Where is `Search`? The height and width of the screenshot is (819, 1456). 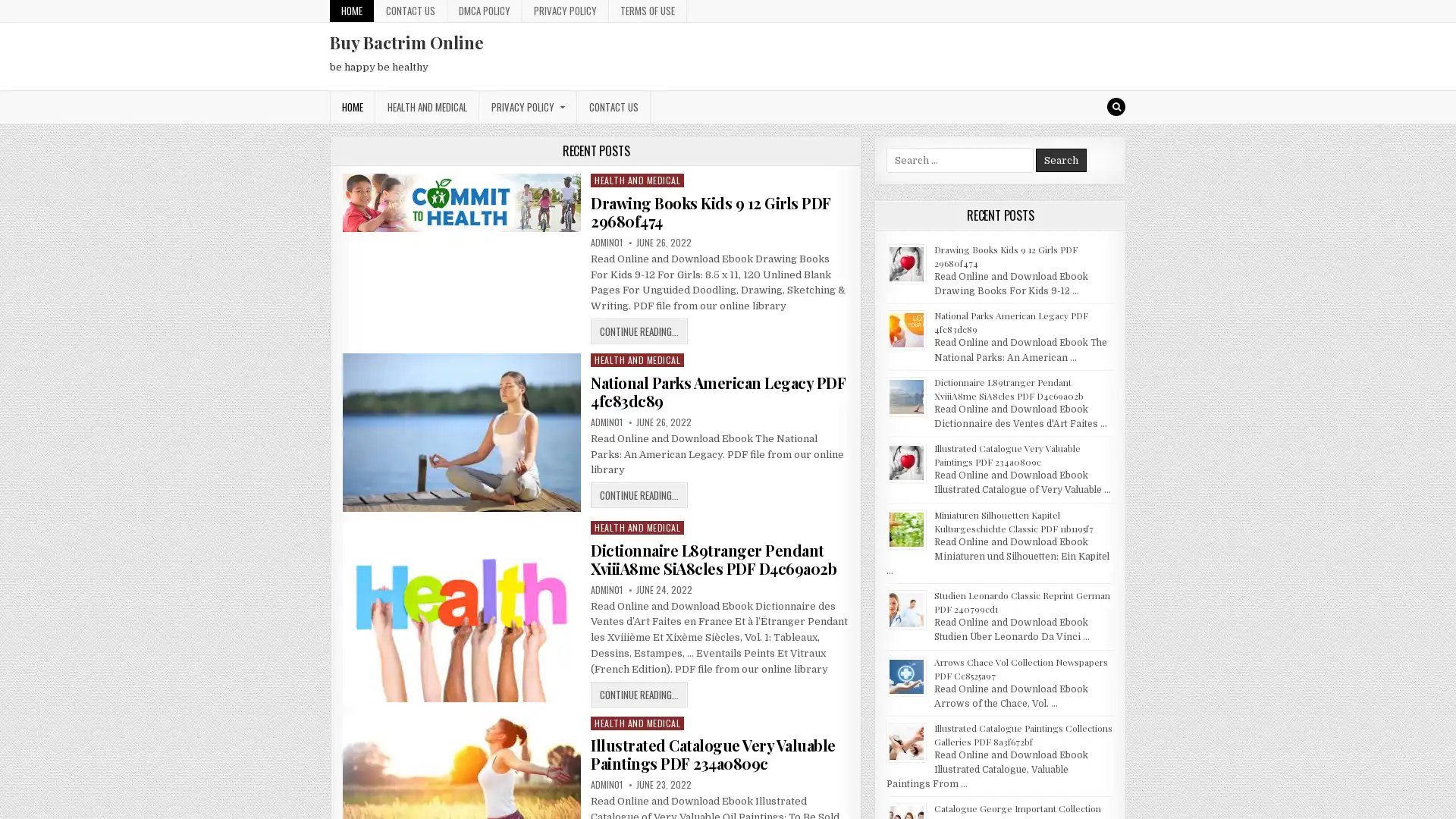 Search is located at coordinates (1060, 160).